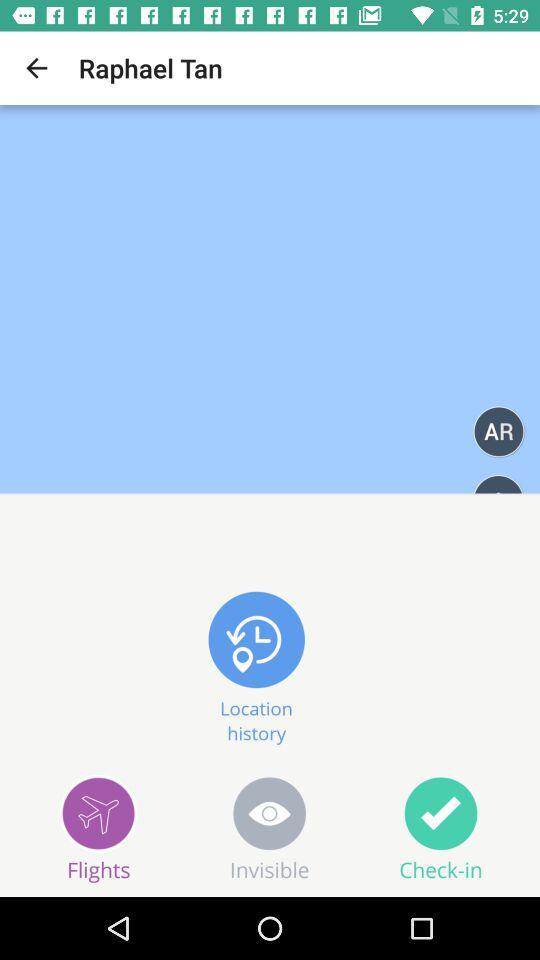 Image resolution: width=540 pixels, height=960 pixels. What do you see at coordinates (498, 432) in the screenshot?
I see `the 2 alphabet text below raphael tan at right of it` at bounding box center [498, 432].